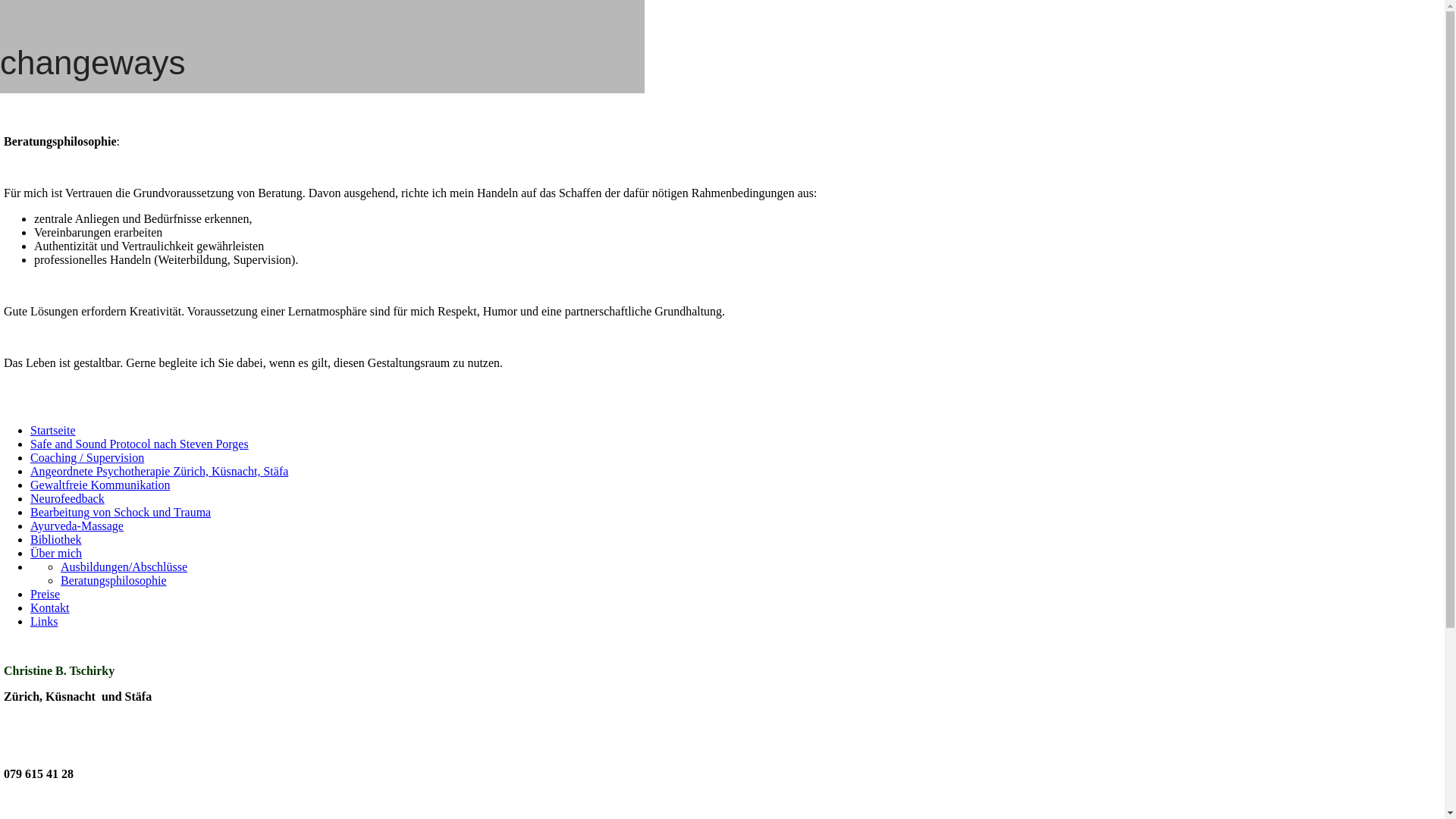 The image size is (1456, 819). I want to click on 'Coaching / Supervision', so click(30, 457).